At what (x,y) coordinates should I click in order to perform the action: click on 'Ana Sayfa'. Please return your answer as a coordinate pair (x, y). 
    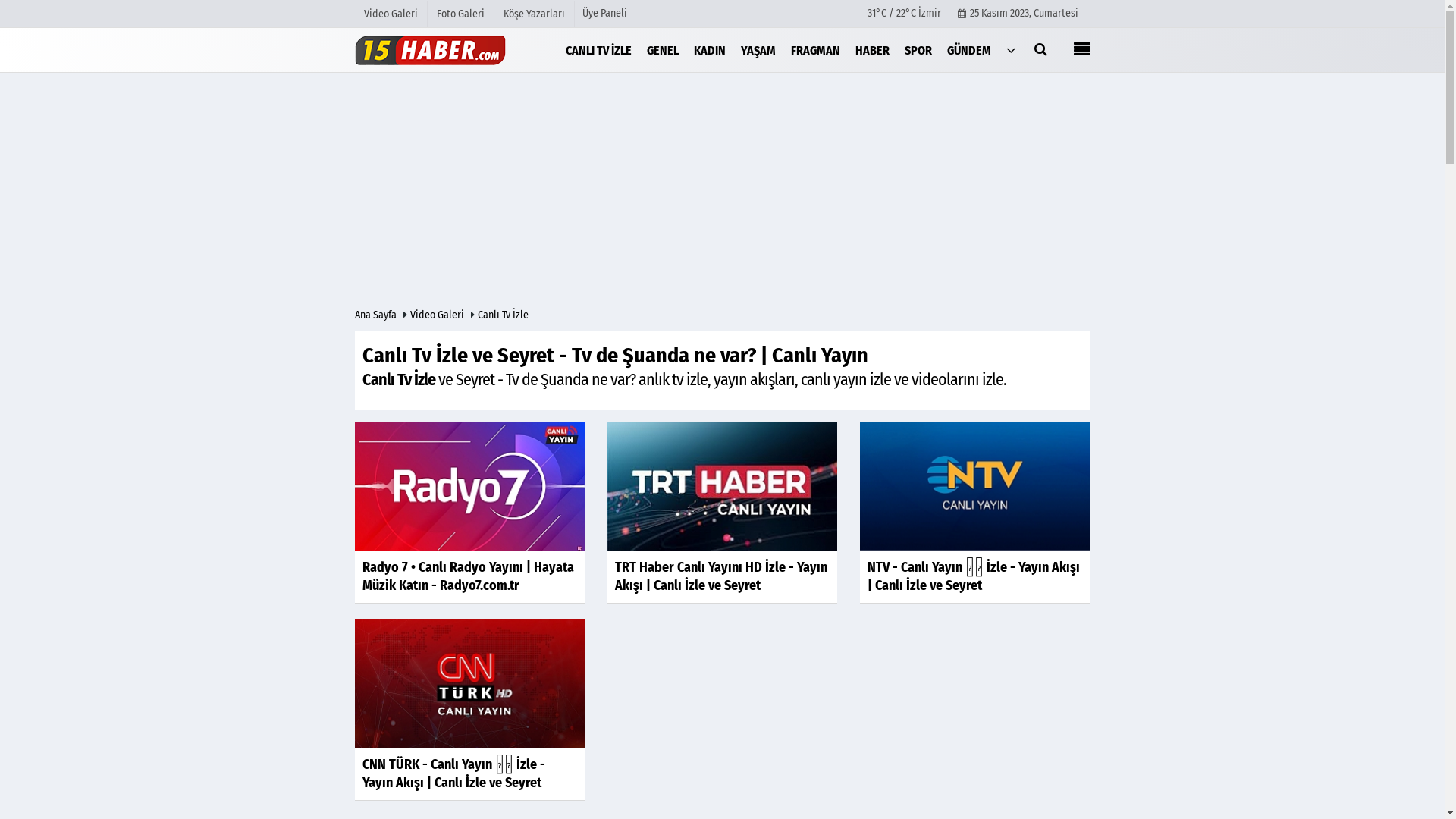
    Looking at the image, I should click on (377, 314).